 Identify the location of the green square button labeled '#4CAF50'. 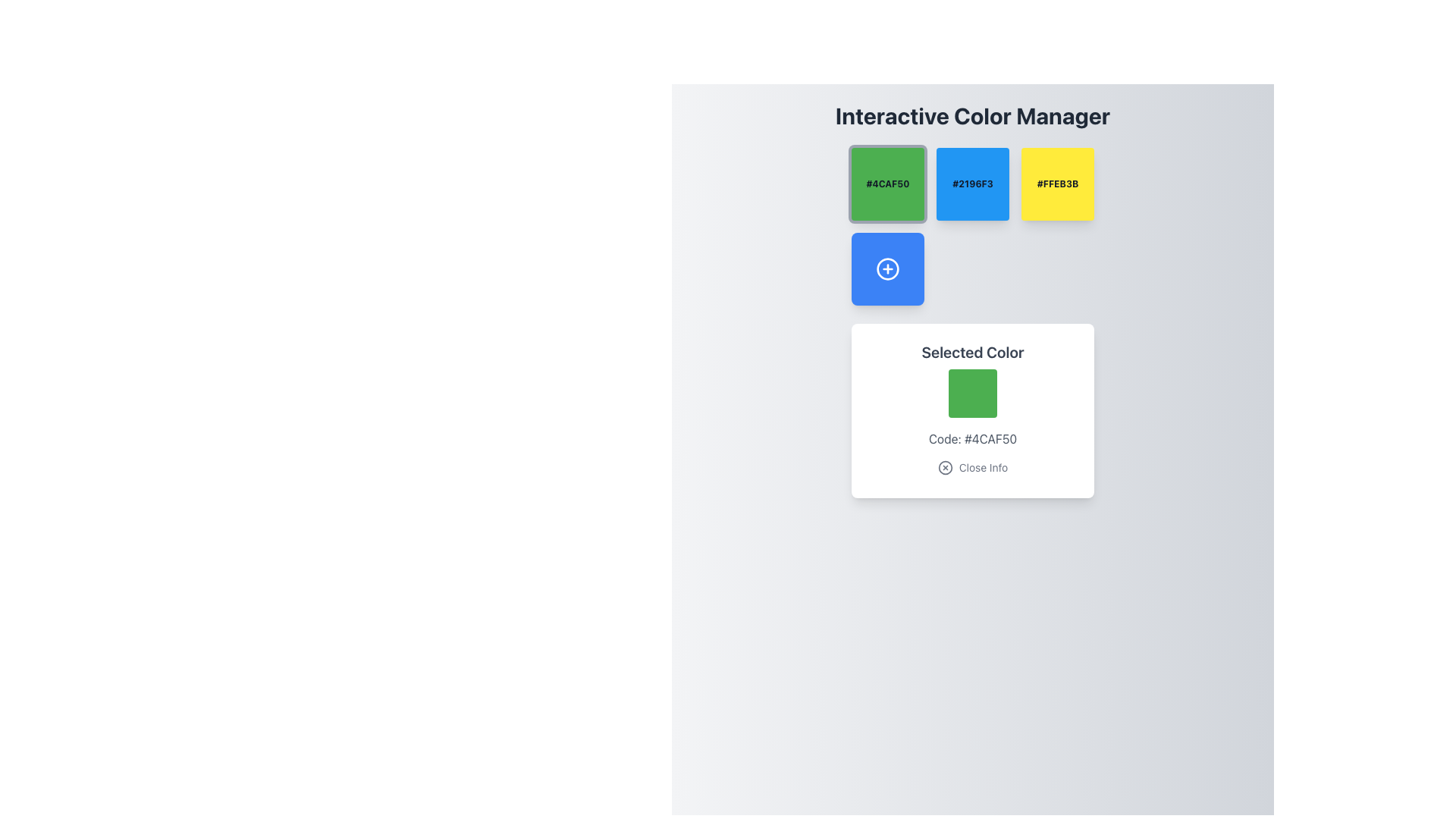
(888, 184).